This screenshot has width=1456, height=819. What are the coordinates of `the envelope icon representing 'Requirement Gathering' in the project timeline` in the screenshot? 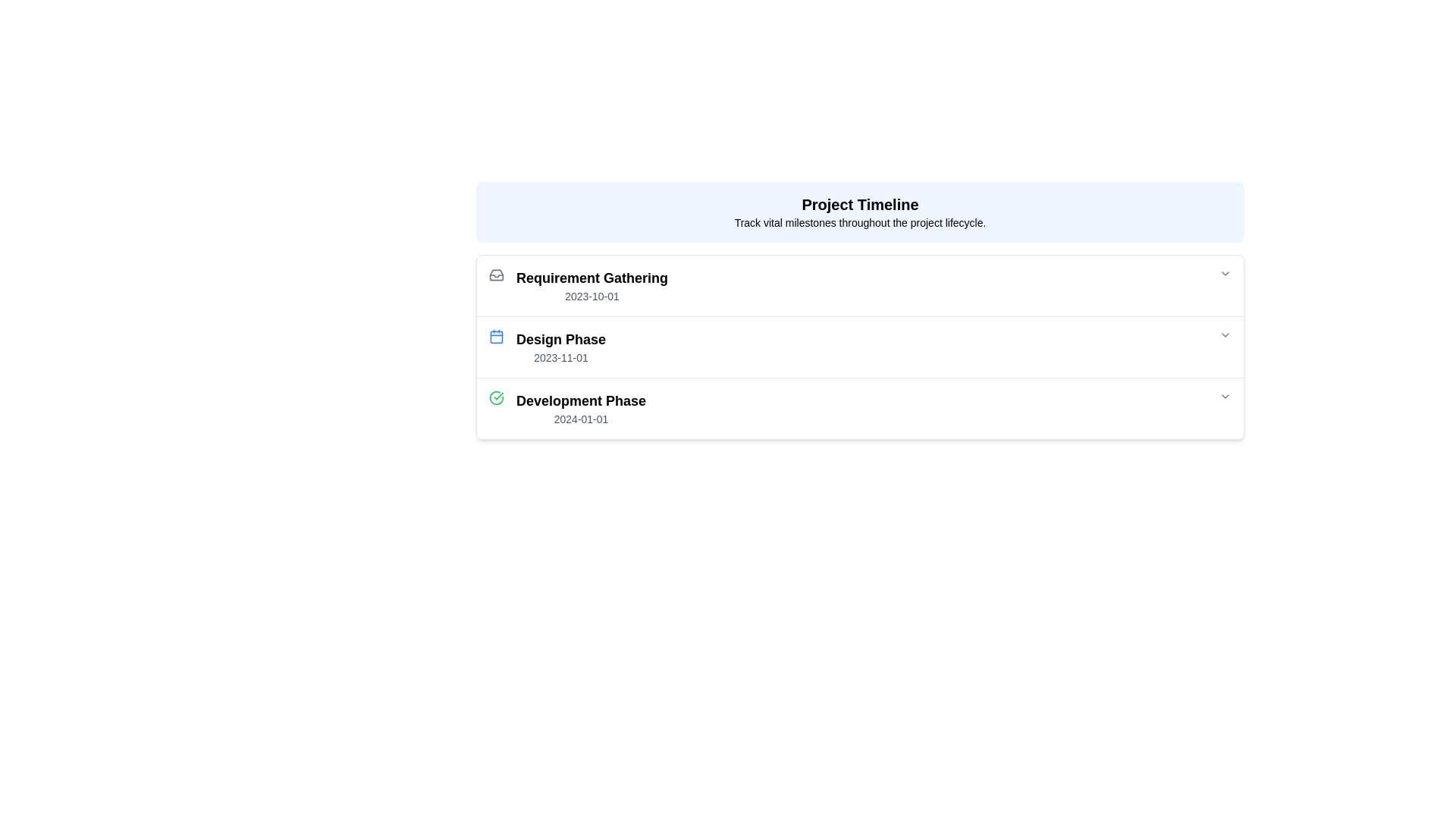 It's located at (496, 275).